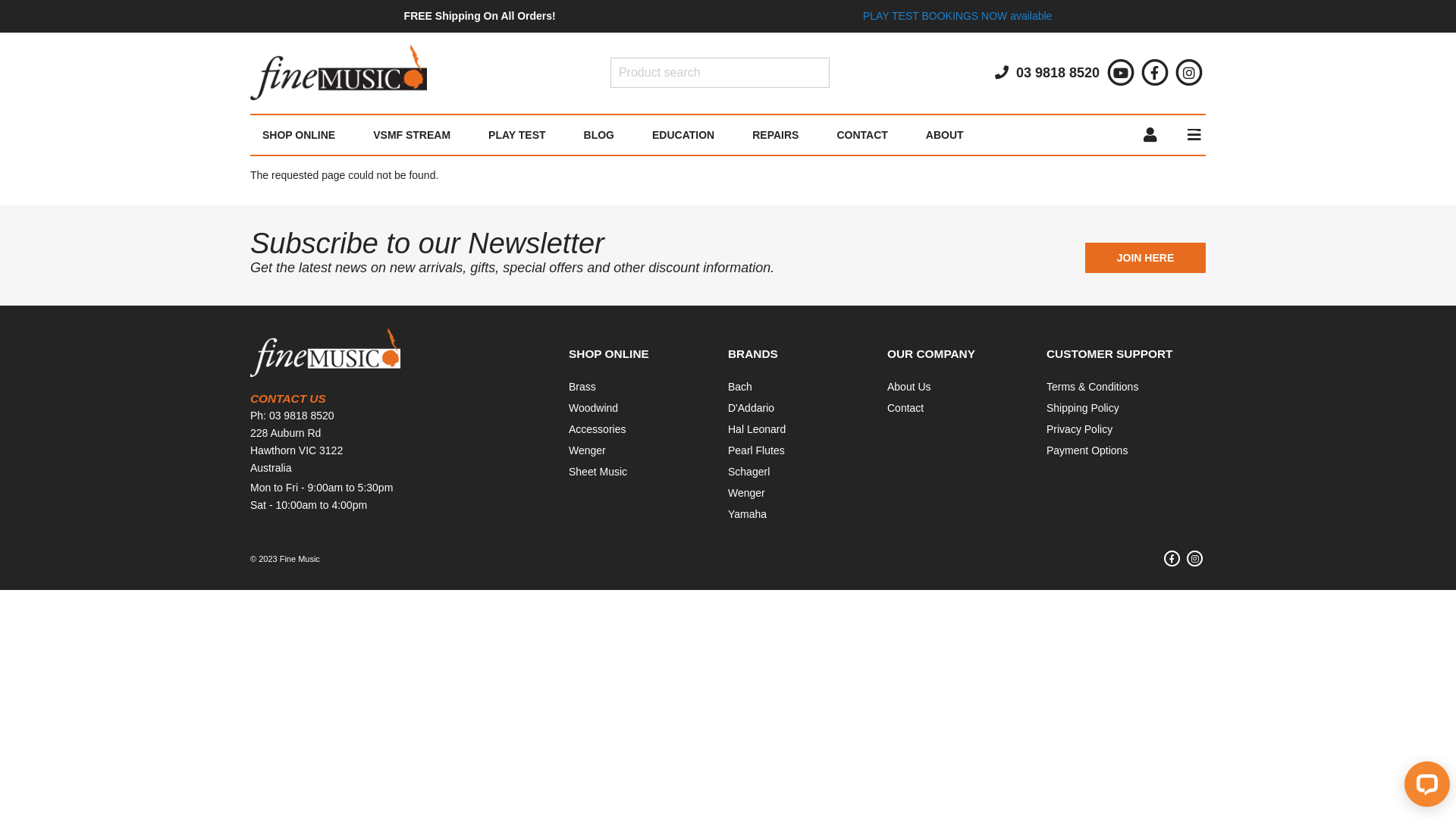 The image size is (1456, 819). Describe the element at coordinates (1171, 133) in the screenshot. I see `'Menu'` at that location.